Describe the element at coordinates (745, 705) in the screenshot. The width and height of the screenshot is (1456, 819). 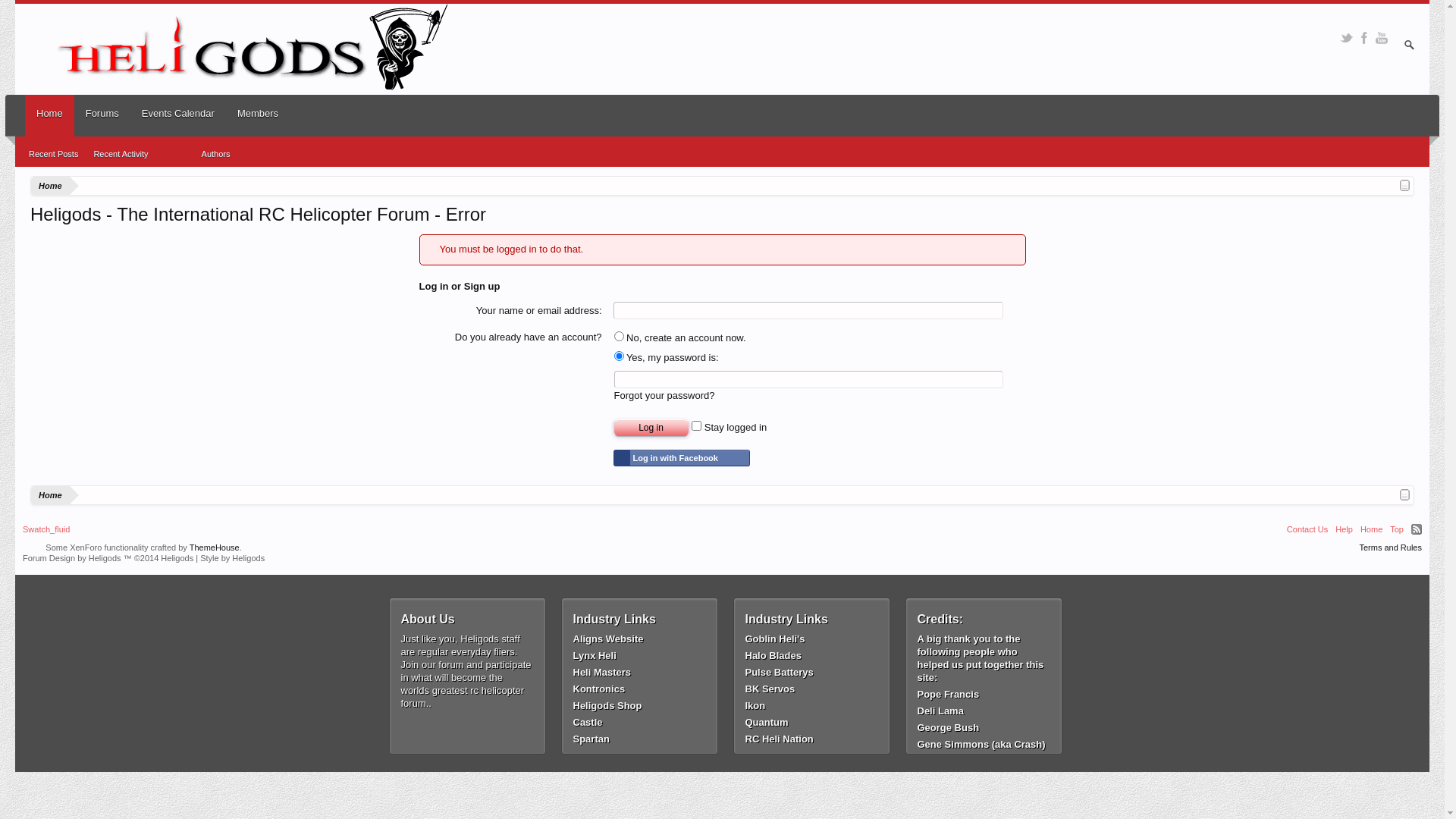
I see `'Ikon'` at that location.